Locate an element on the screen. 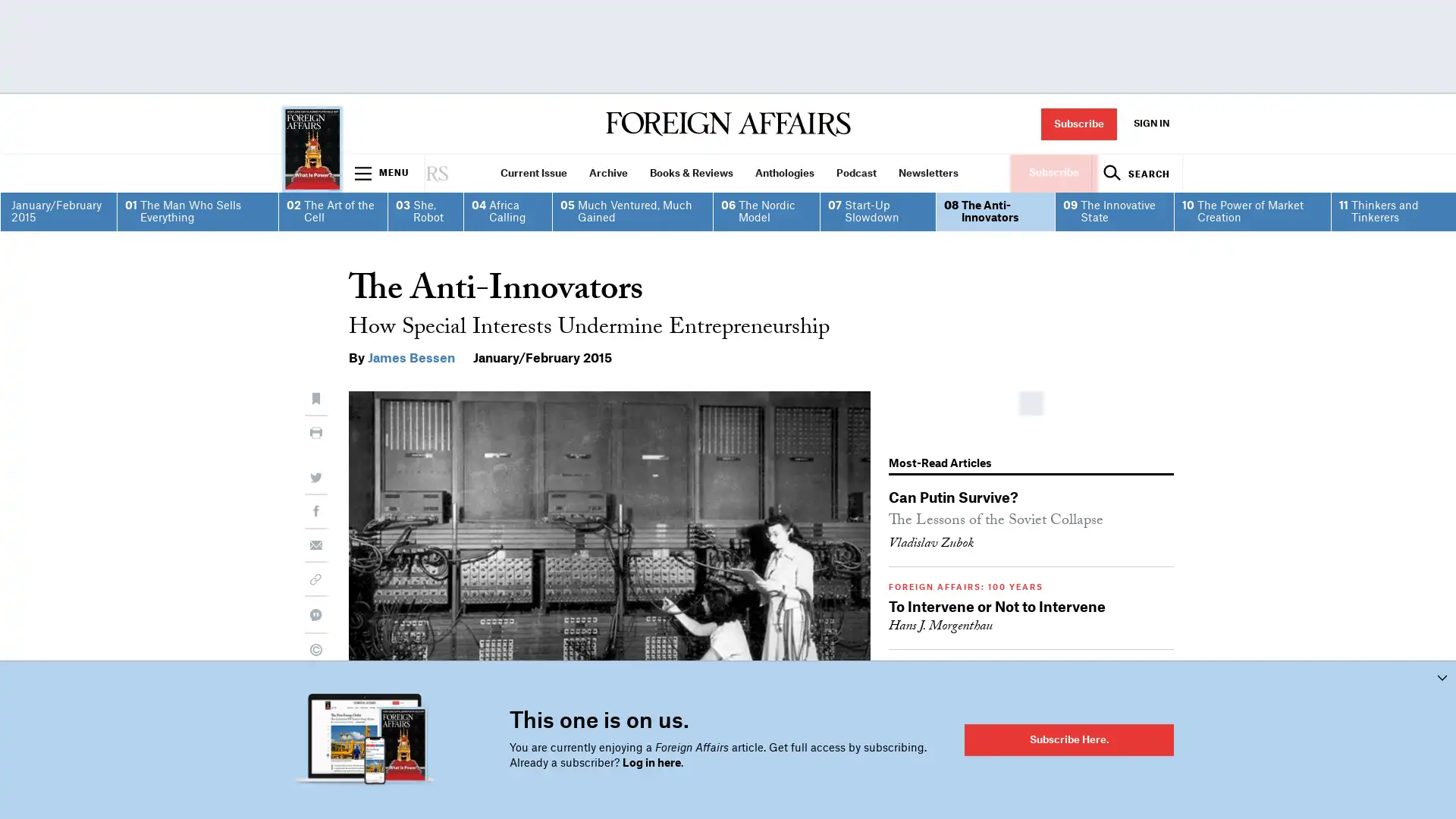 The width and height of the screenshot is (1456, 819). Podcast is located at coordinates (855, 172).